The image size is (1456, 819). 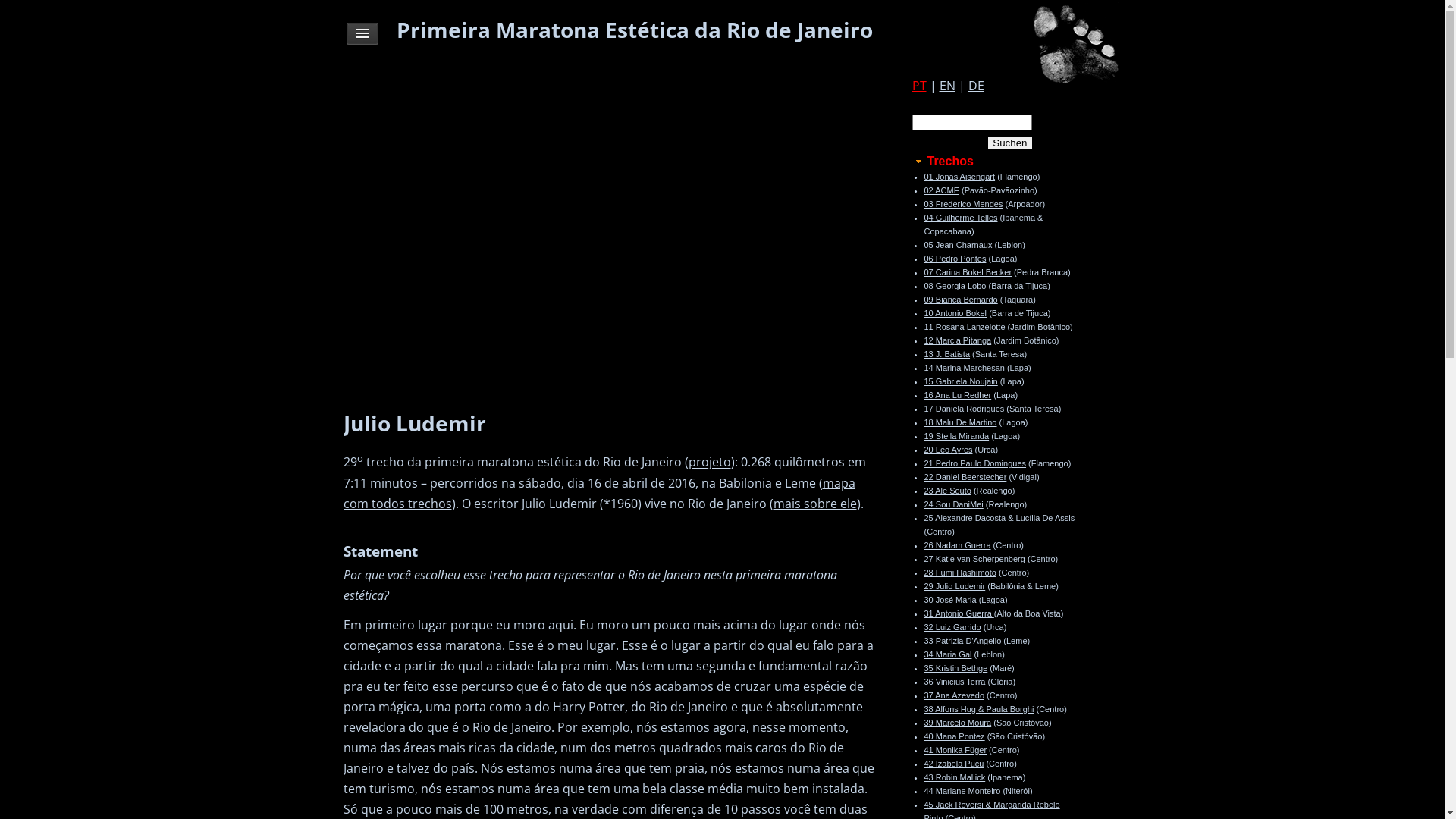 I want to click on '20 Leo Ayres', so click(x=946, y=449).